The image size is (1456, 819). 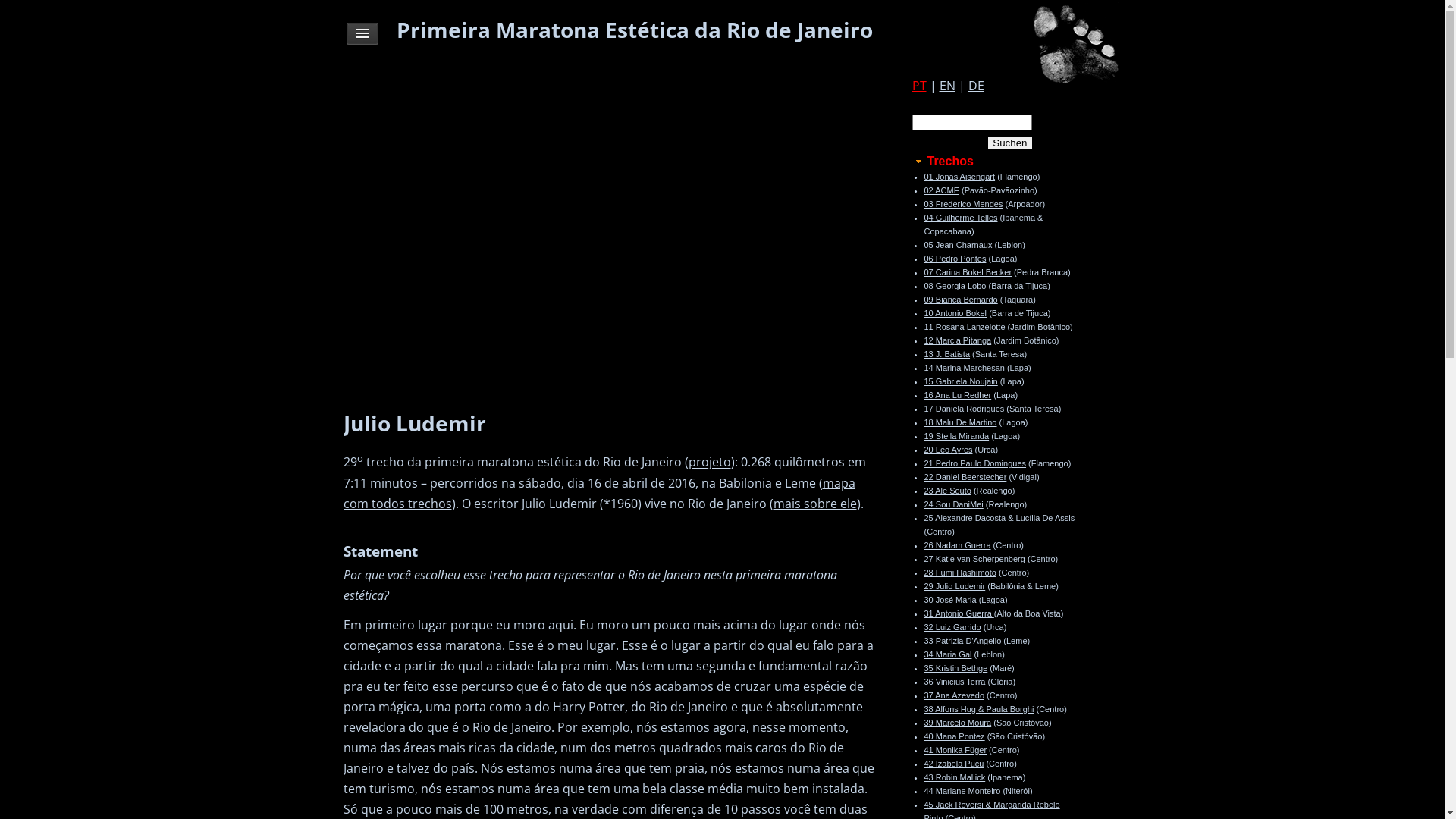 I want to click on '20 Leo Ayres', so click(x=946, y=449).